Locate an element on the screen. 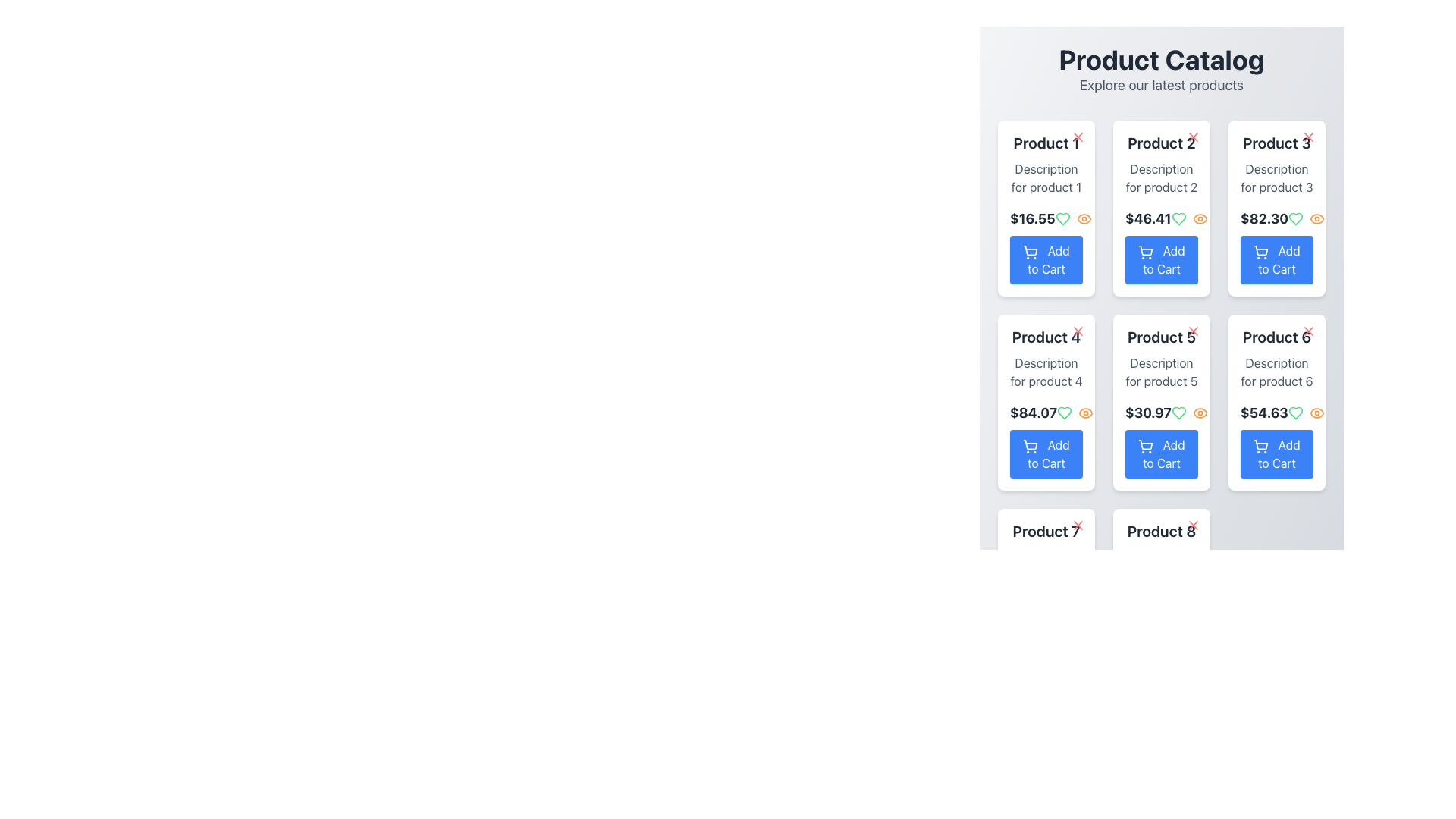 This screenshot has width=1456, height=819. introductory text label located at the top center of the interface, directly below the 'Product Catalog' header is located at coordinates (1160, 85).